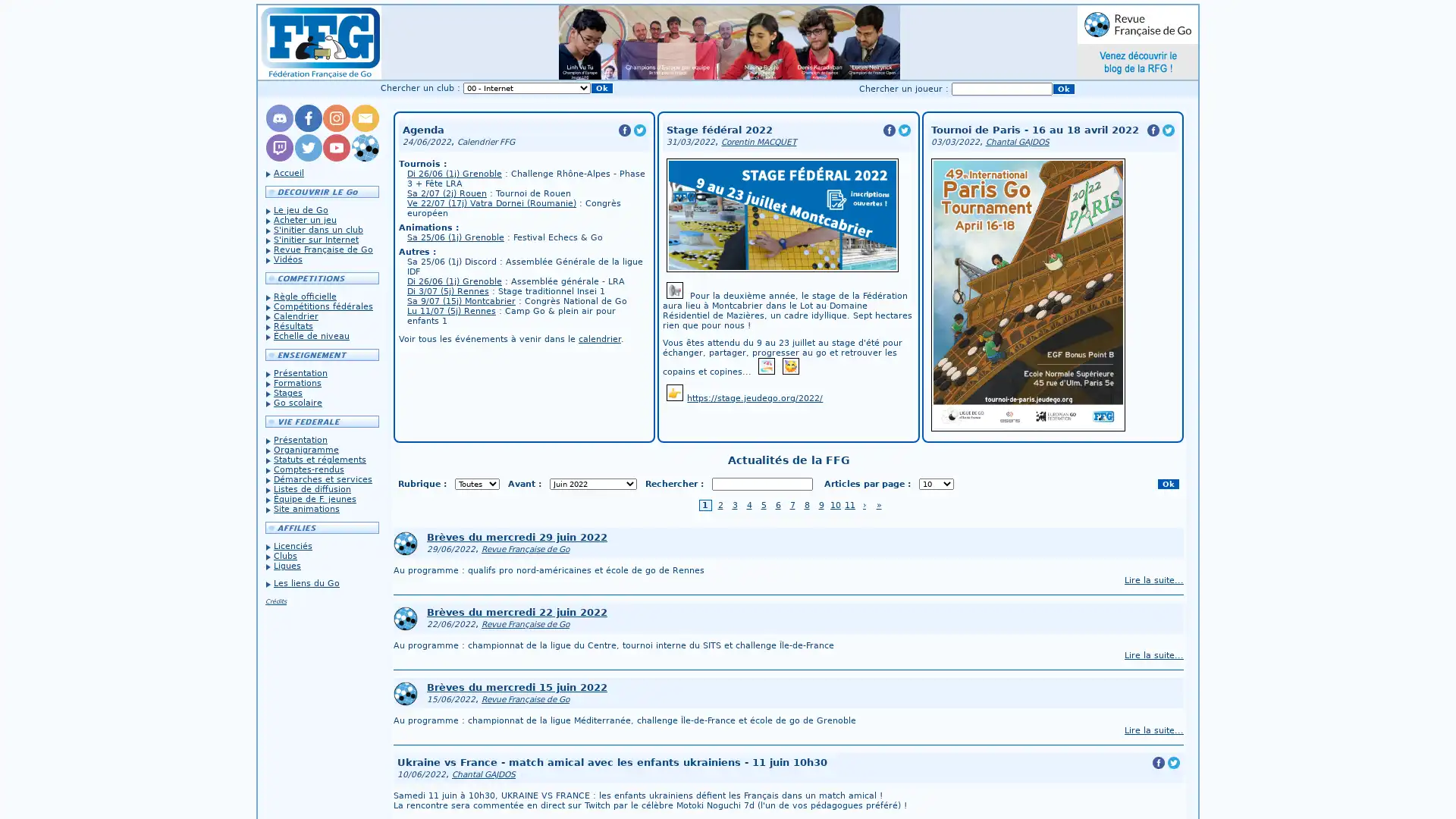 This screenshot has width=1456, height=819. What do you see at coordinates (601, 88) in the screenshot?
I see `Ok` at bounding box center [601, 88].